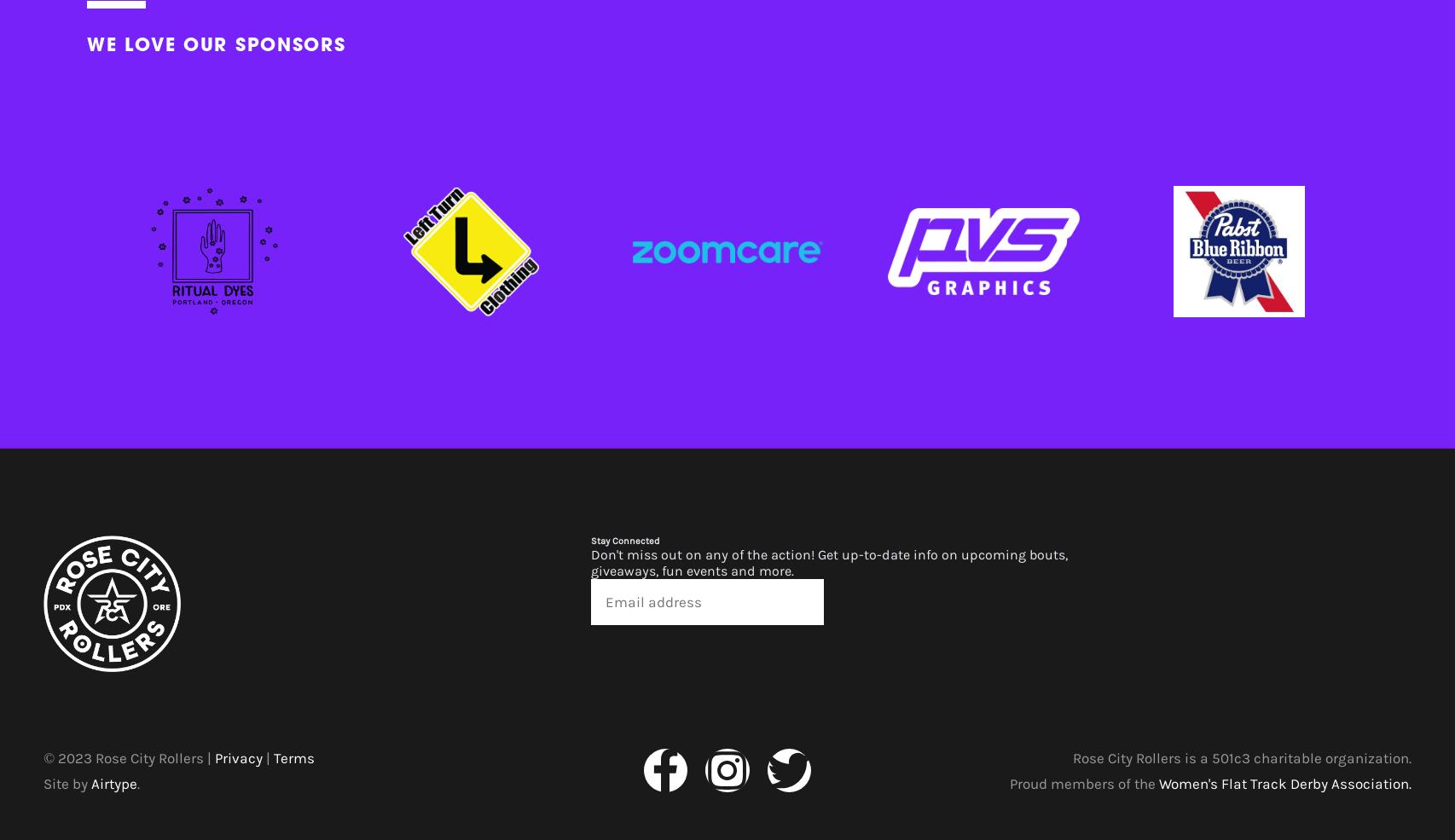 This screenshot has width=1455, height=840. What do you see at coordinates (137, 784) in the screenshot?
I see `'.'` at bounding box center [137, 784].